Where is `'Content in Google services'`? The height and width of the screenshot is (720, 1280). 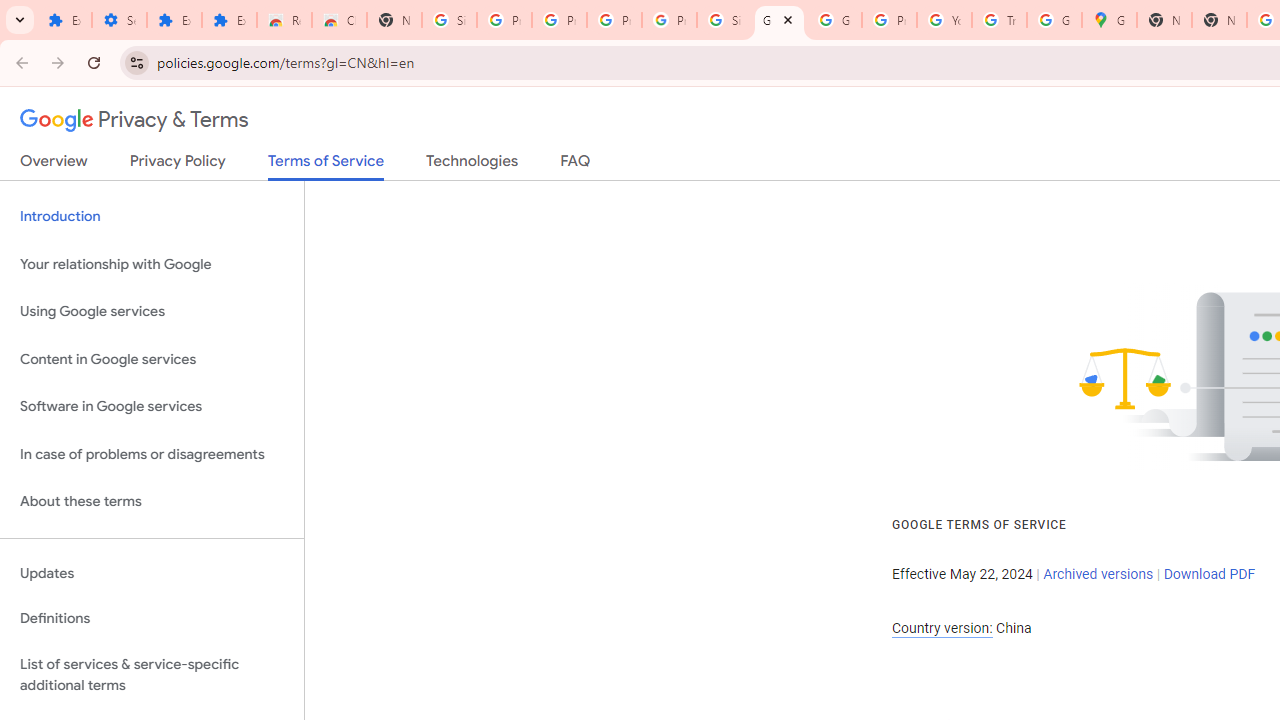 'Content in Google services' is located at coordinates (151, 358).